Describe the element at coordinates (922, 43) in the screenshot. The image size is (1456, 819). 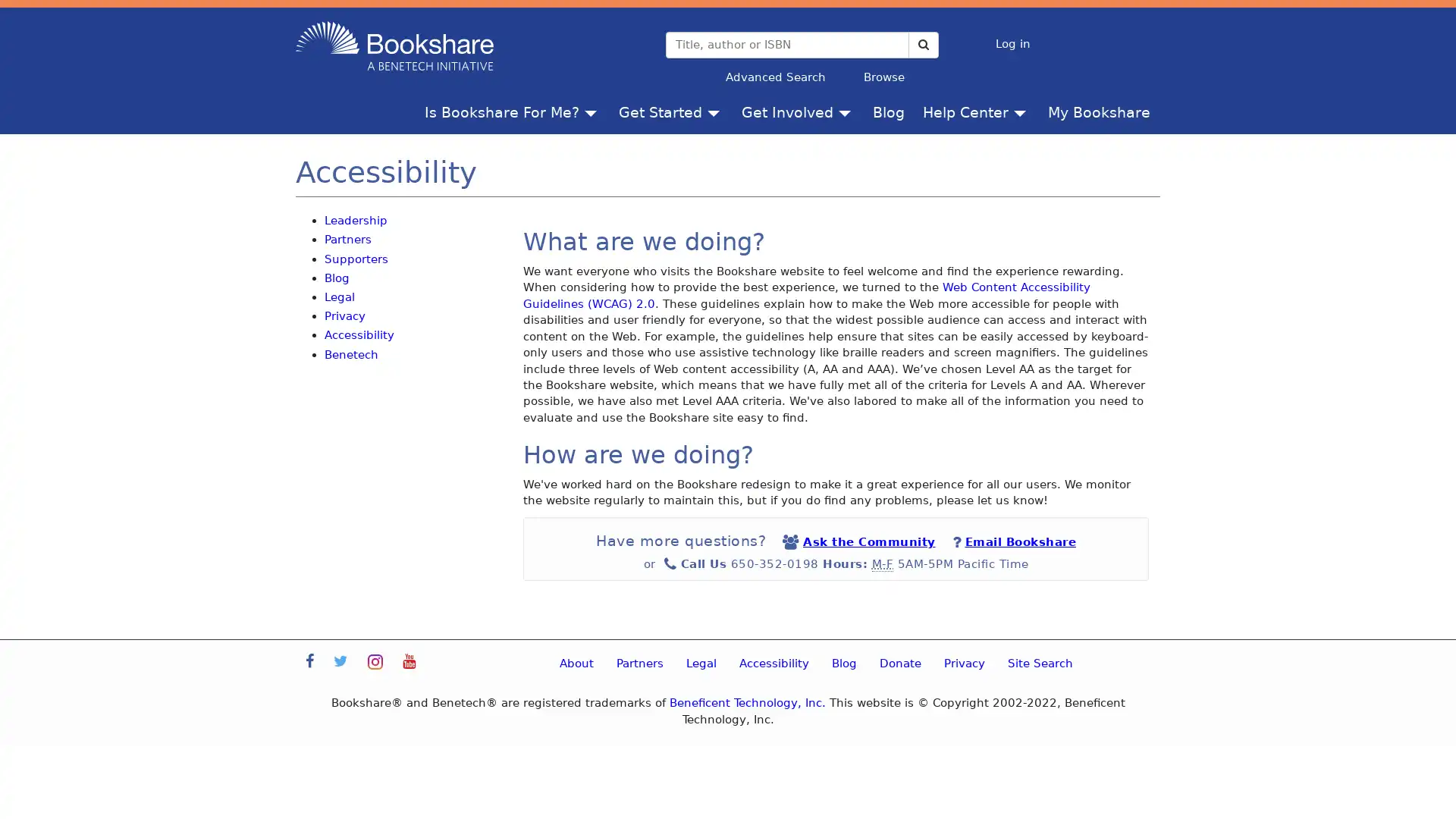
I see `Search` at that location.